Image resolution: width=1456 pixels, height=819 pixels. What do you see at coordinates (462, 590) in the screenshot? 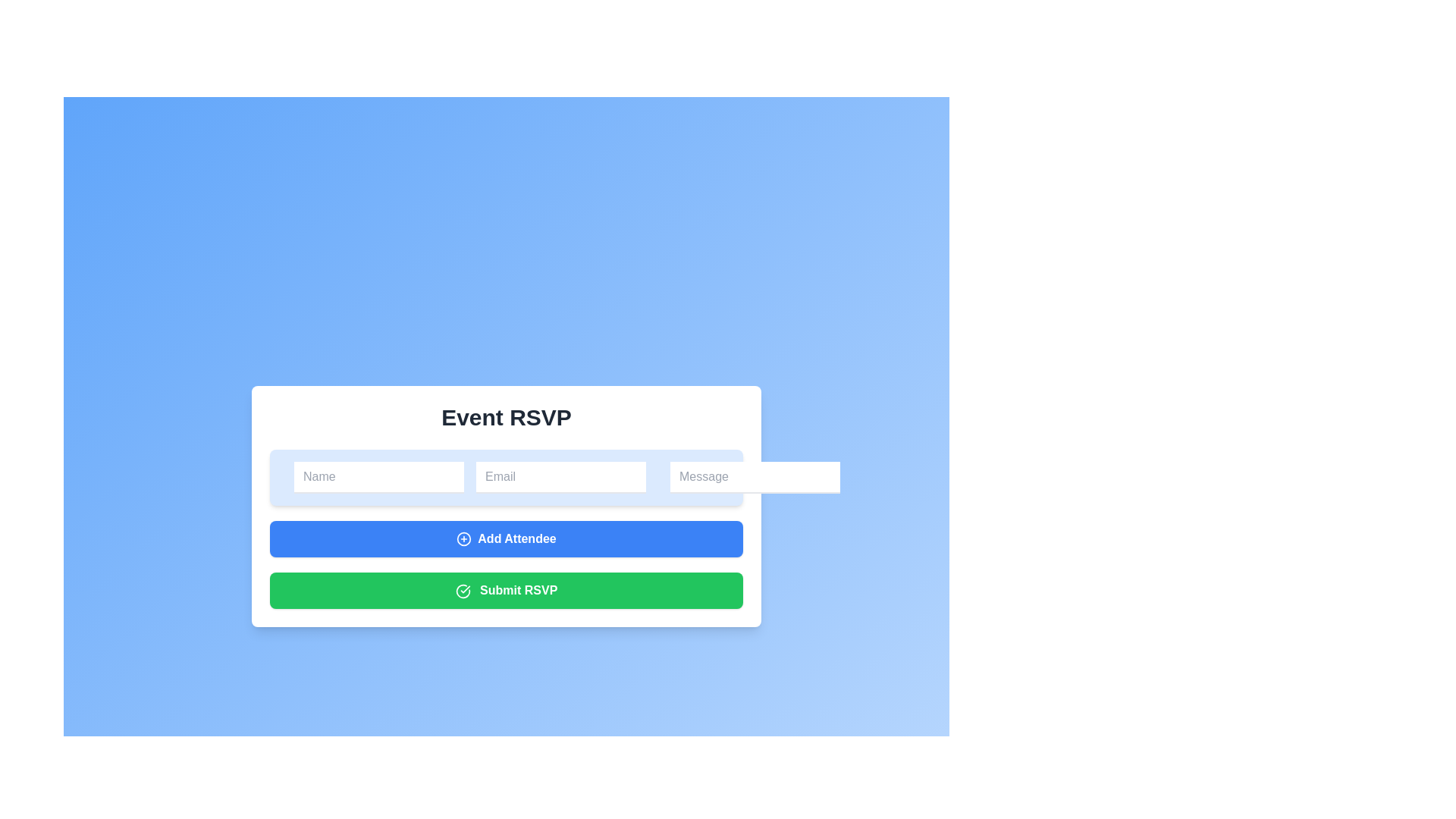
I see `the circular icon with a checkmark located to the left of the 'Submit RSVP' text within the green rectangular button at the bottom of the form` at bounding box center [462, 590].